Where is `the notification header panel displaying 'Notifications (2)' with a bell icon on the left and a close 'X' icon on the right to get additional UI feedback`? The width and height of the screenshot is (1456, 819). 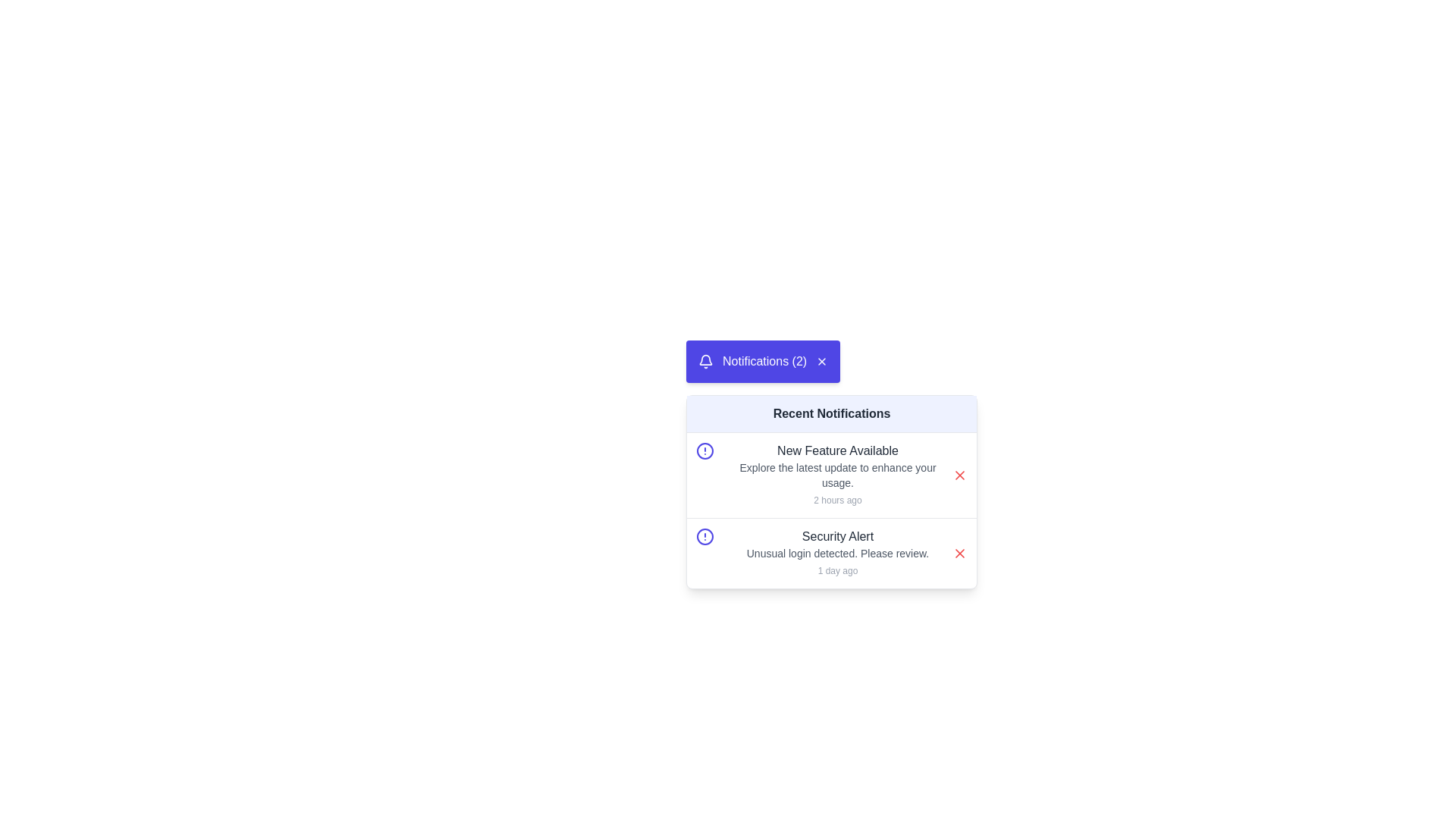
the notification header panel displaying 'Notifications (2)' with a bell icon on the left and a close 'X' icon on the right to get additional UI feedback is located at coordinates (763, 362).